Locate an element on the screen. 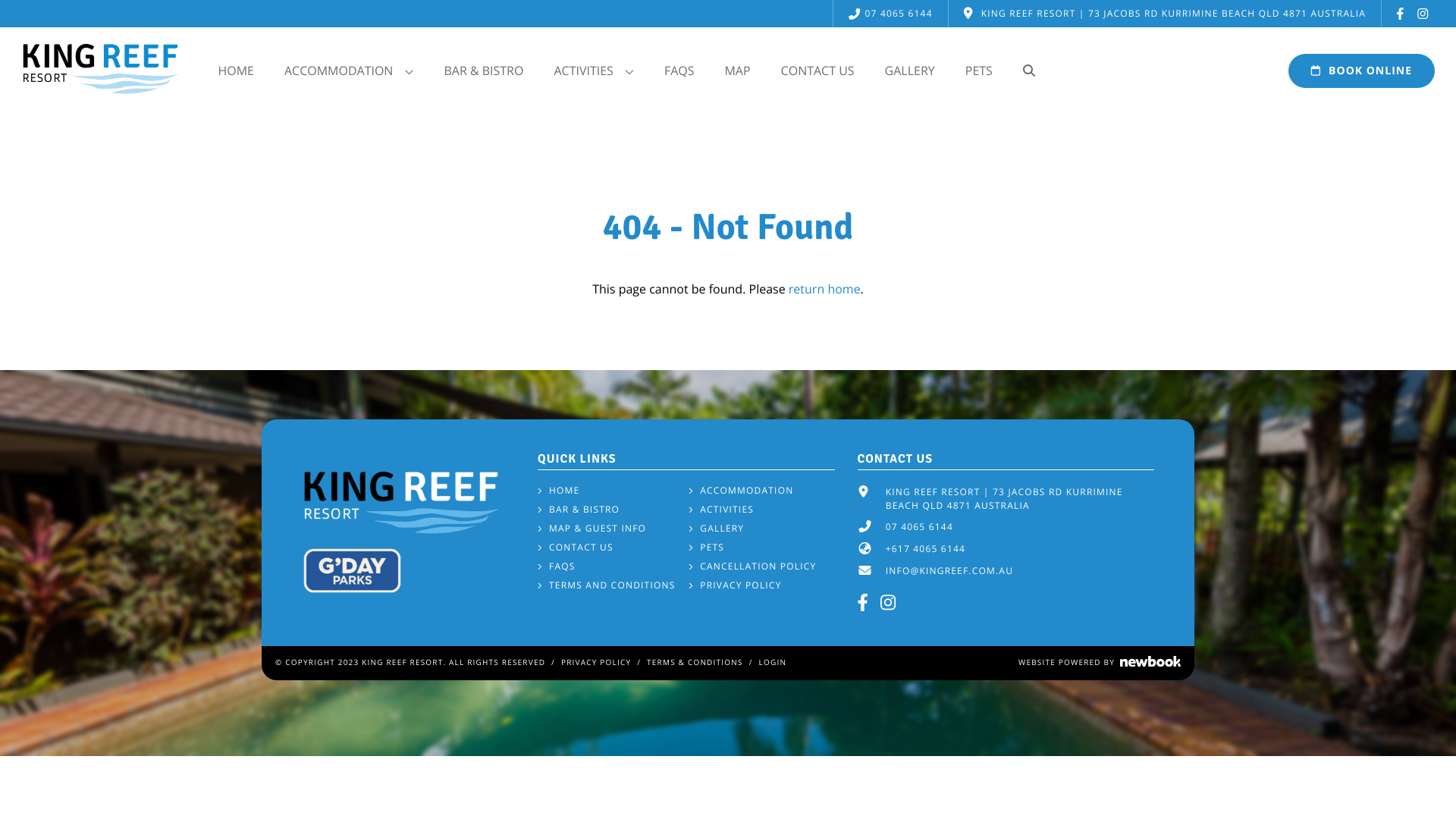 The height and width of the screenshot is (819, 1456). 'PRIVACY POLICY' is located at coordinates (687, 584).